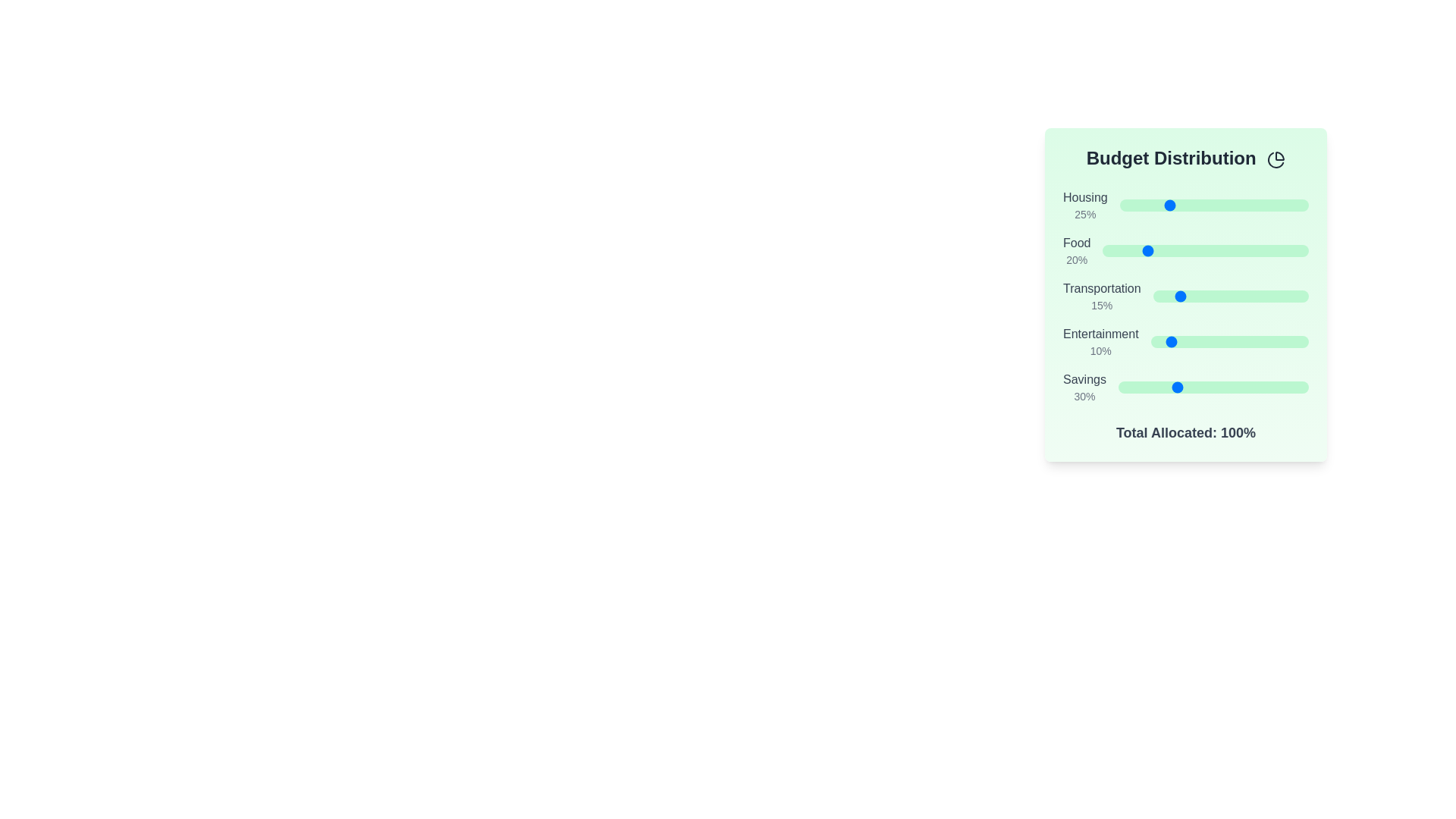 The height and width of the screenshot is (819, 1456). What do you see at coordinates (1100, 333) in the screenshot?
I see `the category name Entertainment to highlight it` at bounding box center [1100, 333].